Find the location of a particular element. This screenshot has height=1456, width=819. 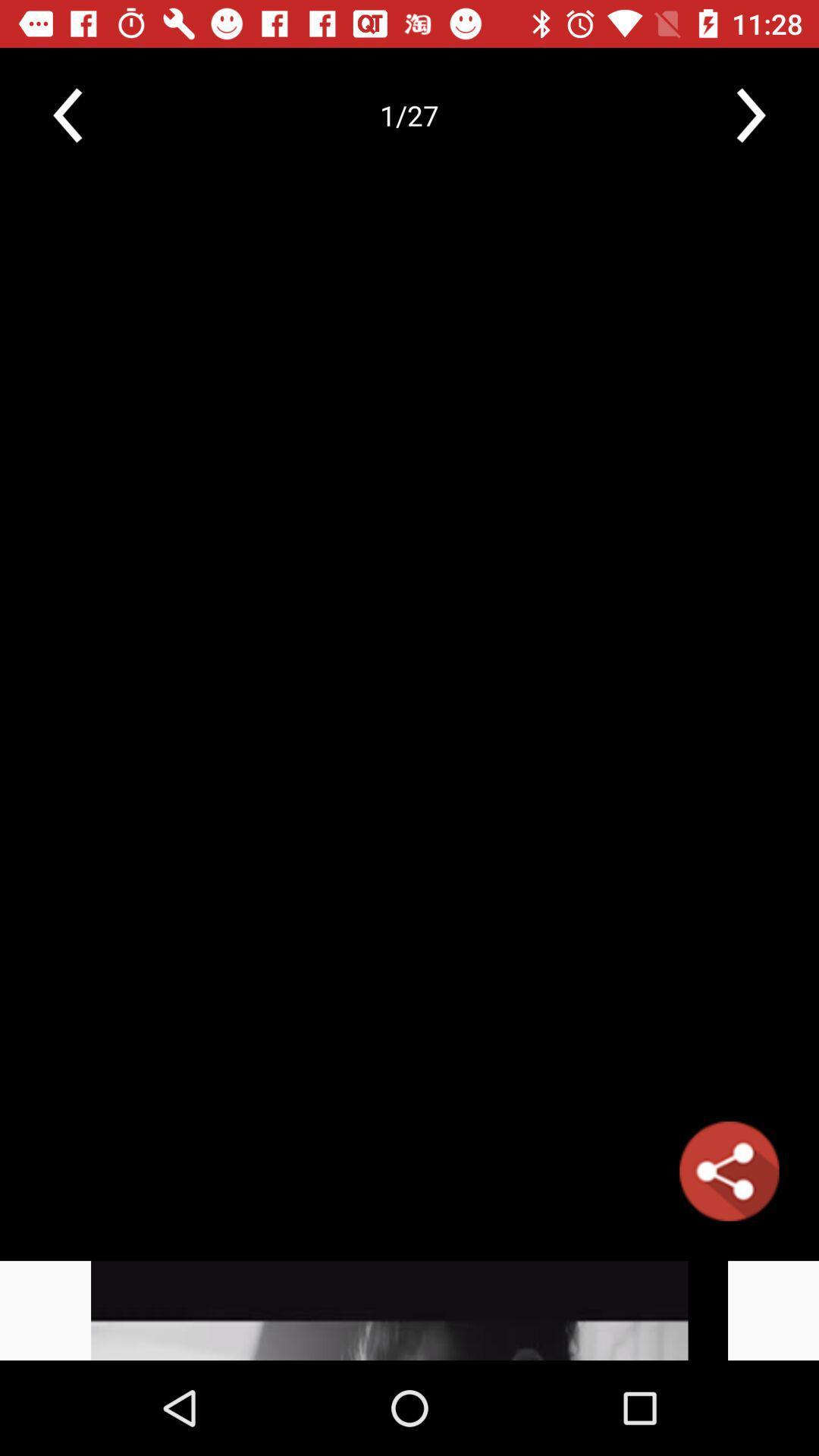

the arrow_forward icon is located at coordinates (751, 115).